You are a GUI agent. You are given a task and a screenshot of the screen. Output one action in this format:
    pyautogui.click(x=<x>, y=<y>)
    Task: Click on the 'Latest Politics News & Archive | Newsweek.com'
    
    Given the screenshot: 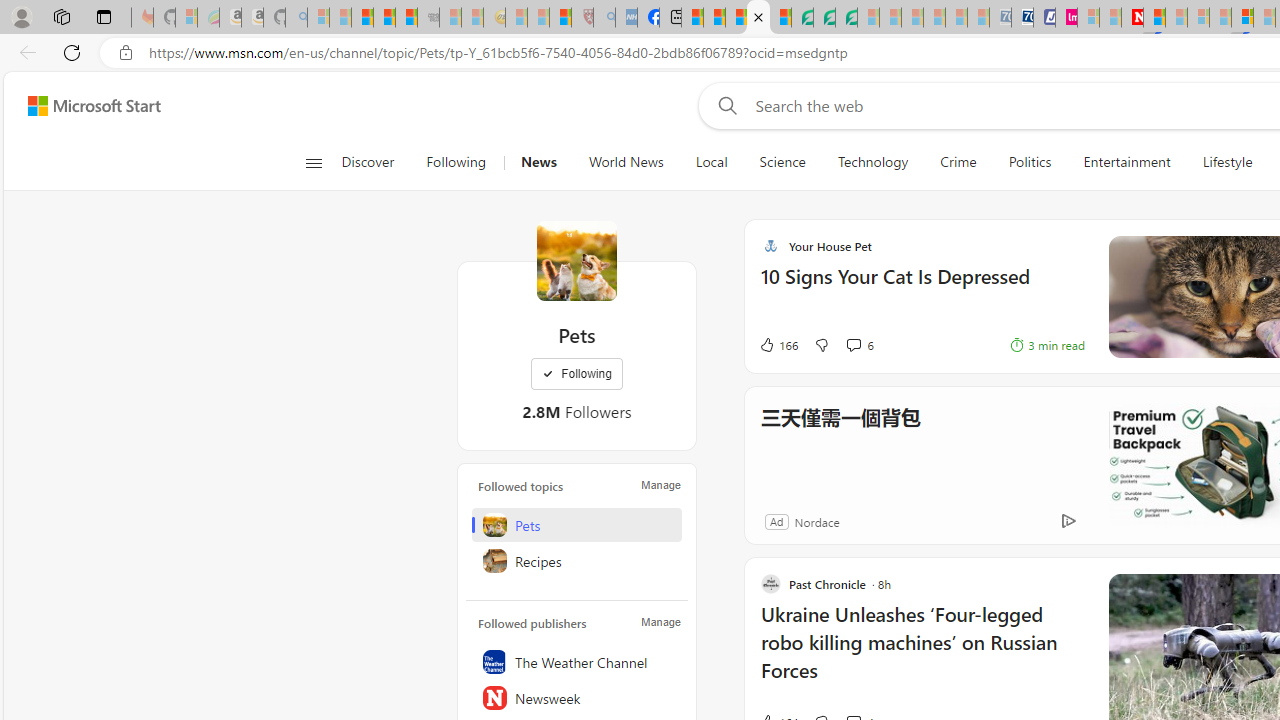 What is the action you would take?
    pyautogui.click(x=1132, y=17)
    